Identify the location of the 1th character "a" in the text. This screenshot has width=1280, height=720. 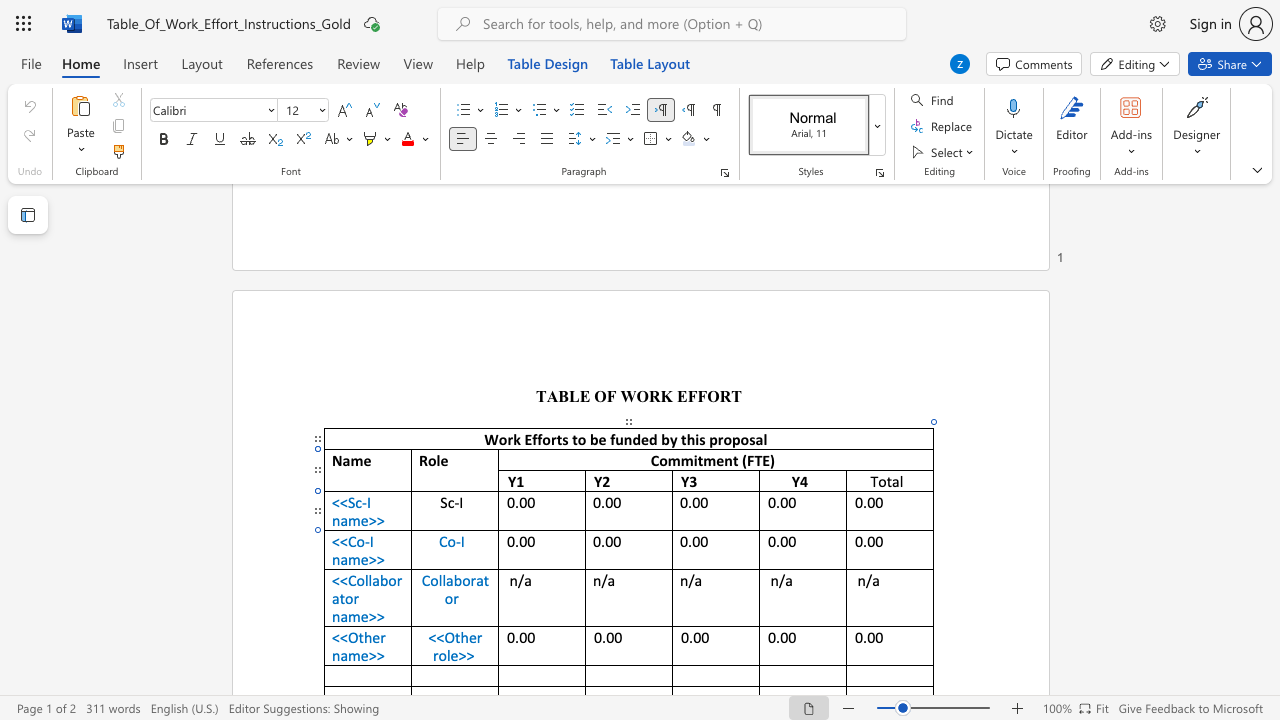
(344, 559).